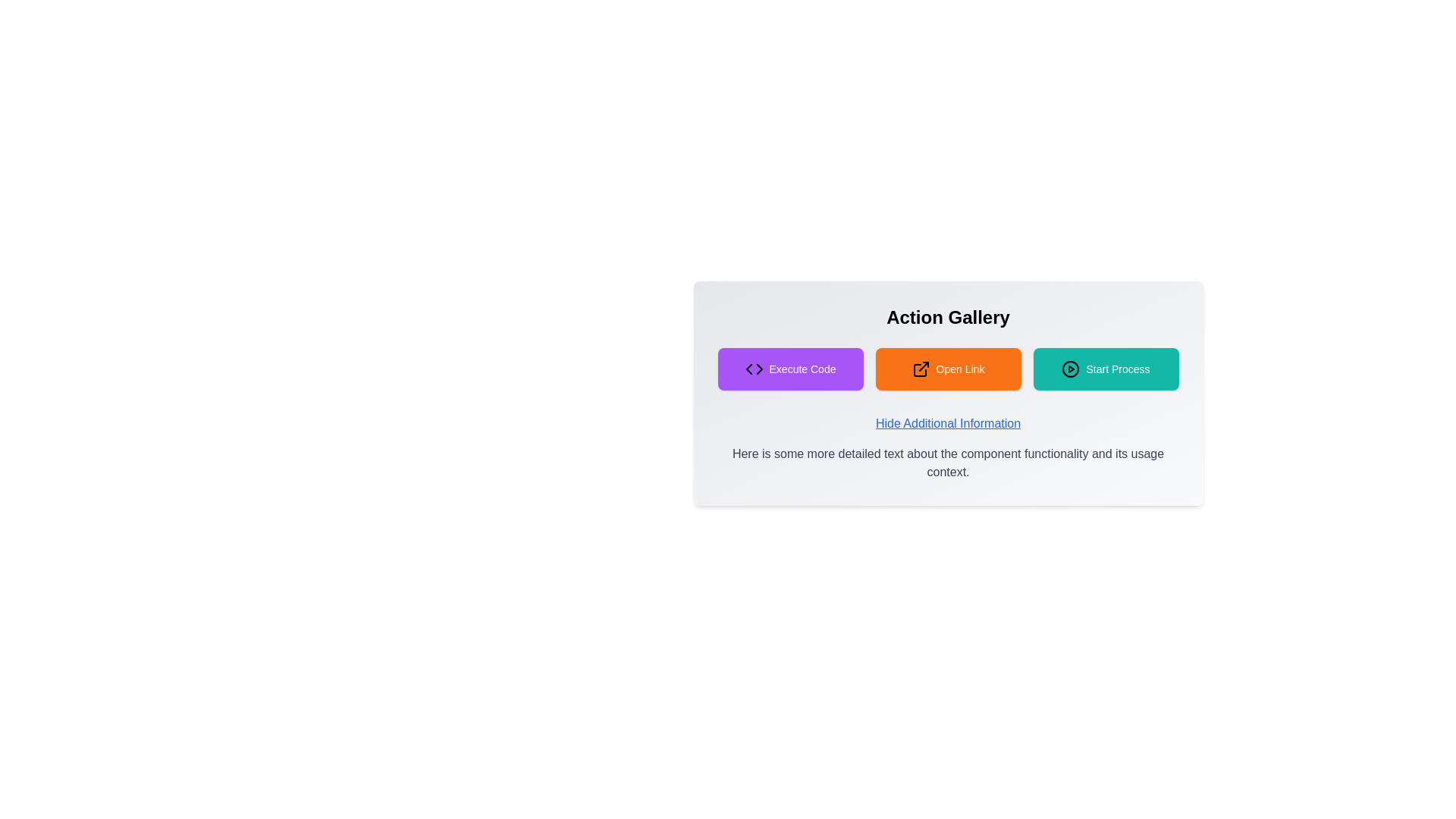 This screenshot has height=819, width=1456. What do you see at coordinates (1118, 369) in the screenshot?
I see `the Text label that provides context for the 'Start Process' button, located adjacent to a play symbol icon in the 'Action Gallery' interface` at bounding box center [1118, 369].